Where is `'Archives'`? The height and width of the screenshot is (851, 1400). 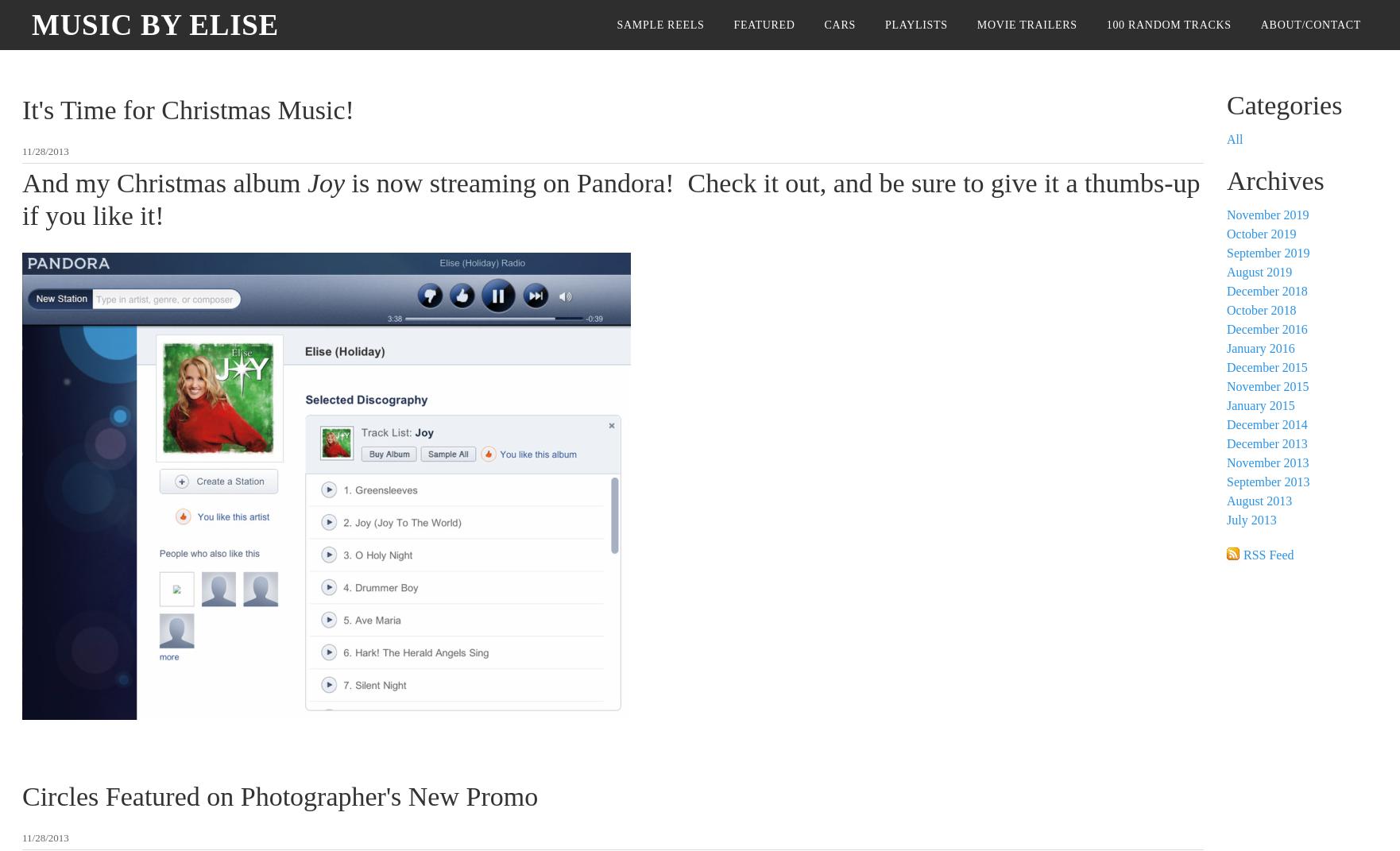 'Archives' is located at coordinates (1274, 179).